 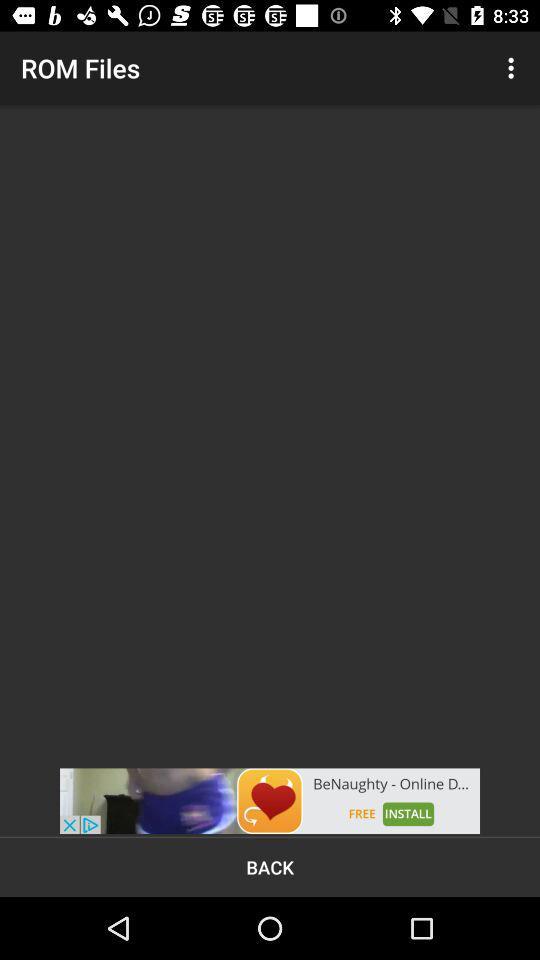 I want to click on advertisement option, so click(x=270, y=801).